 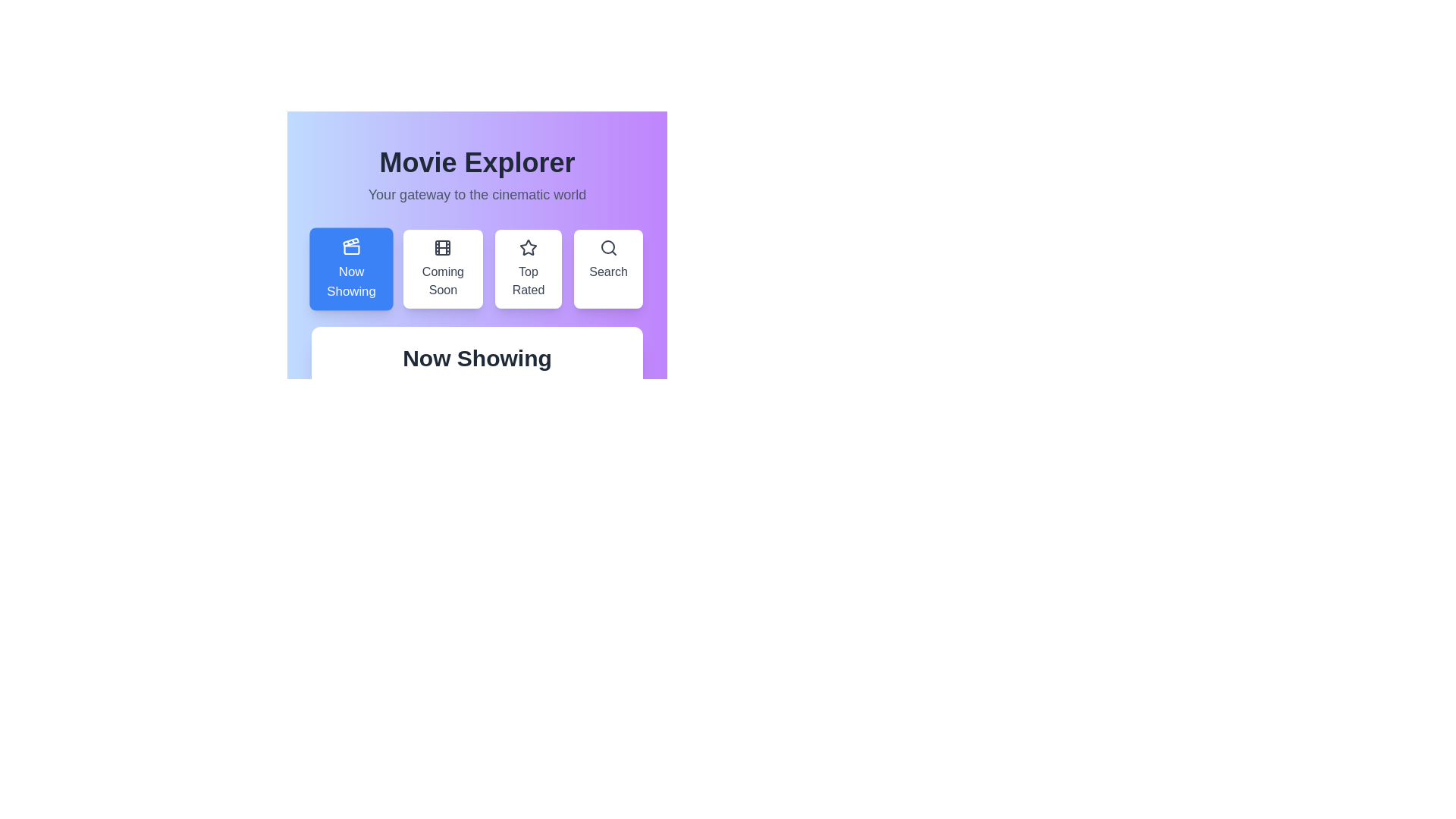 I want to click on the tab labeled Coming Soon, so click(x=442, y=268).